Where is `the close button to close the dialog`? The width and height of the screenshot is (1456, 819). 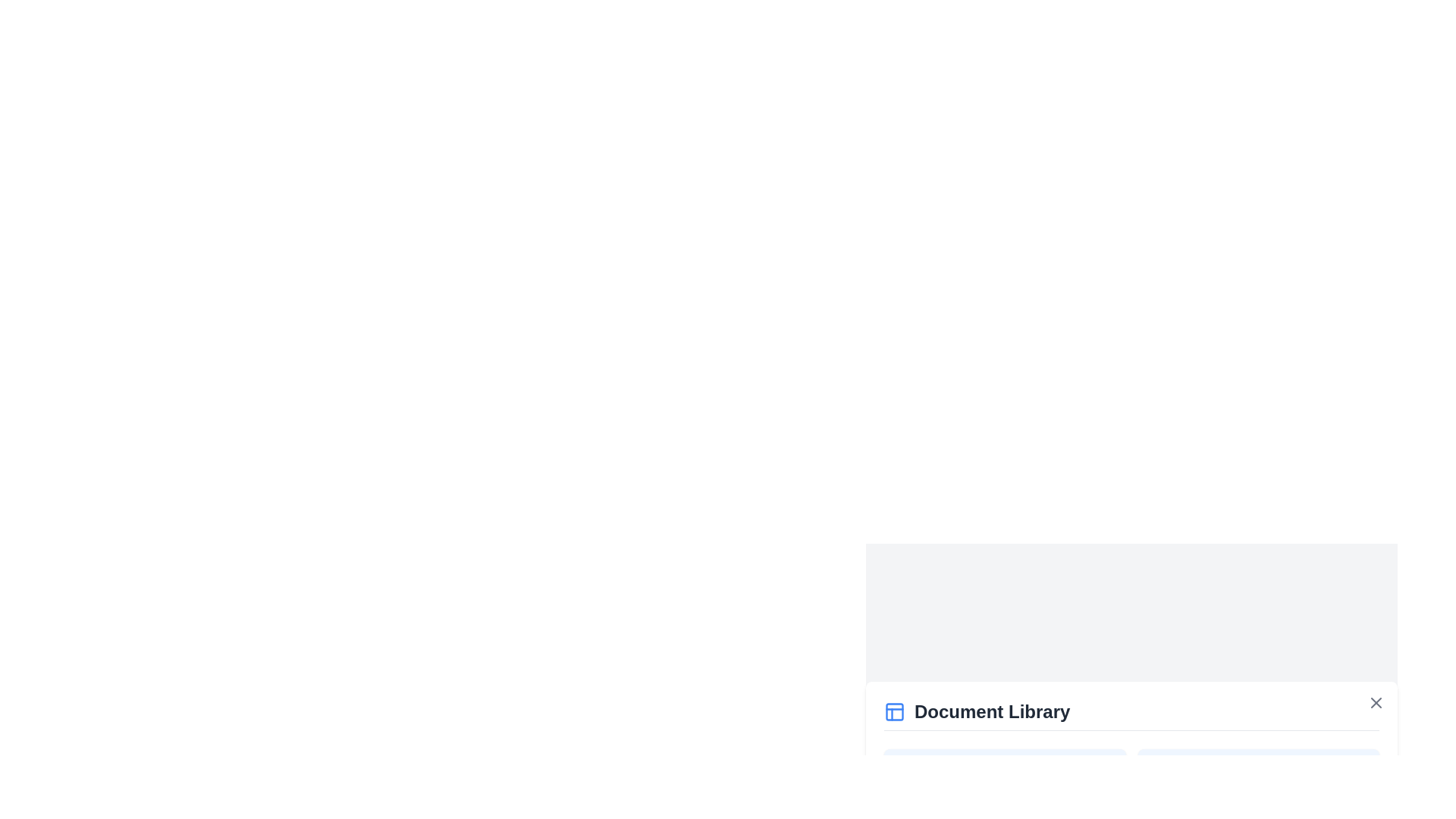
the close button to close the dialog is located at coordinates (1376, 702).